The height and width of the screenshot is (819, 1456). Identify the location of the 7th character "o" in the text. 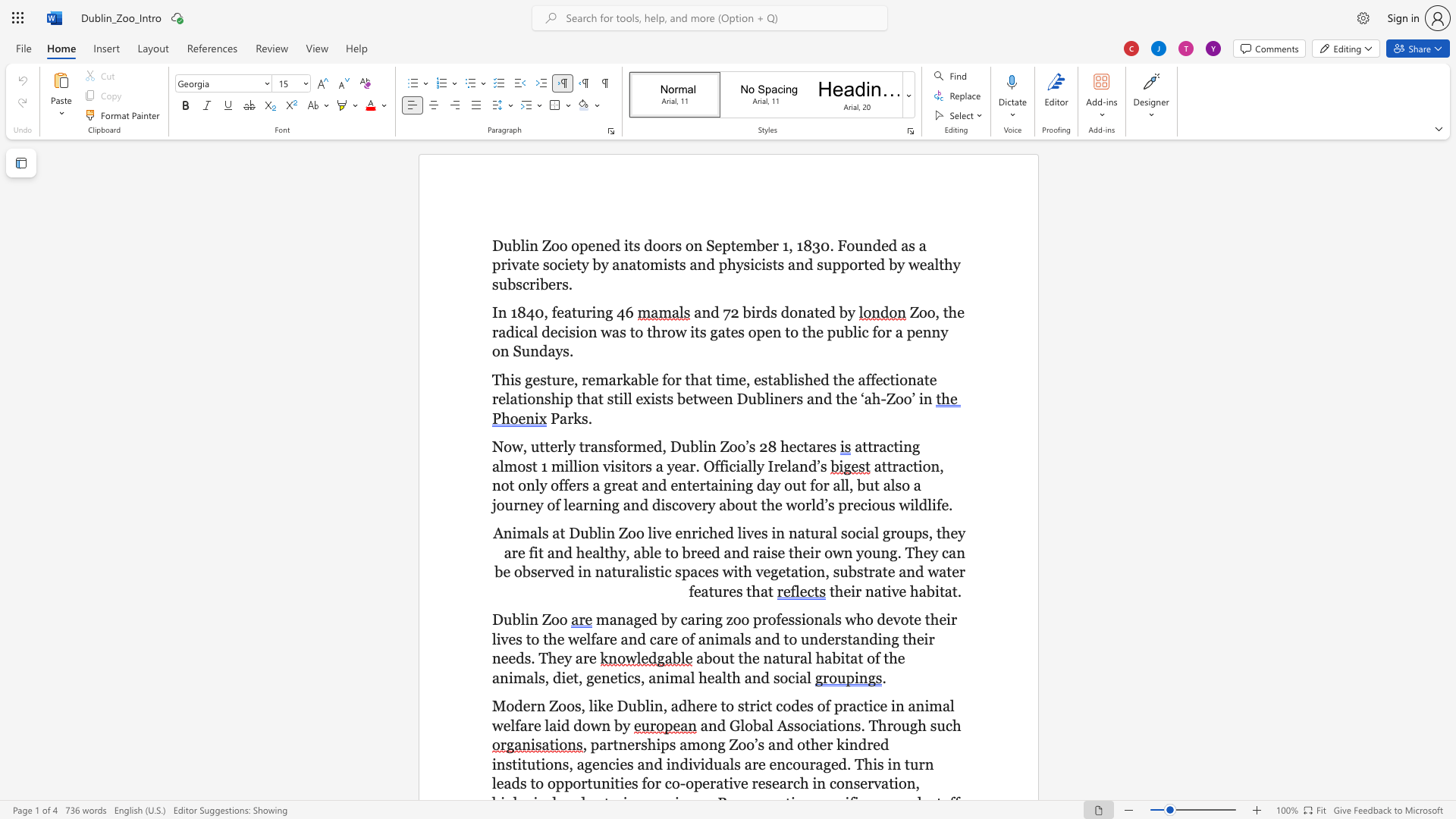
(868, 552).